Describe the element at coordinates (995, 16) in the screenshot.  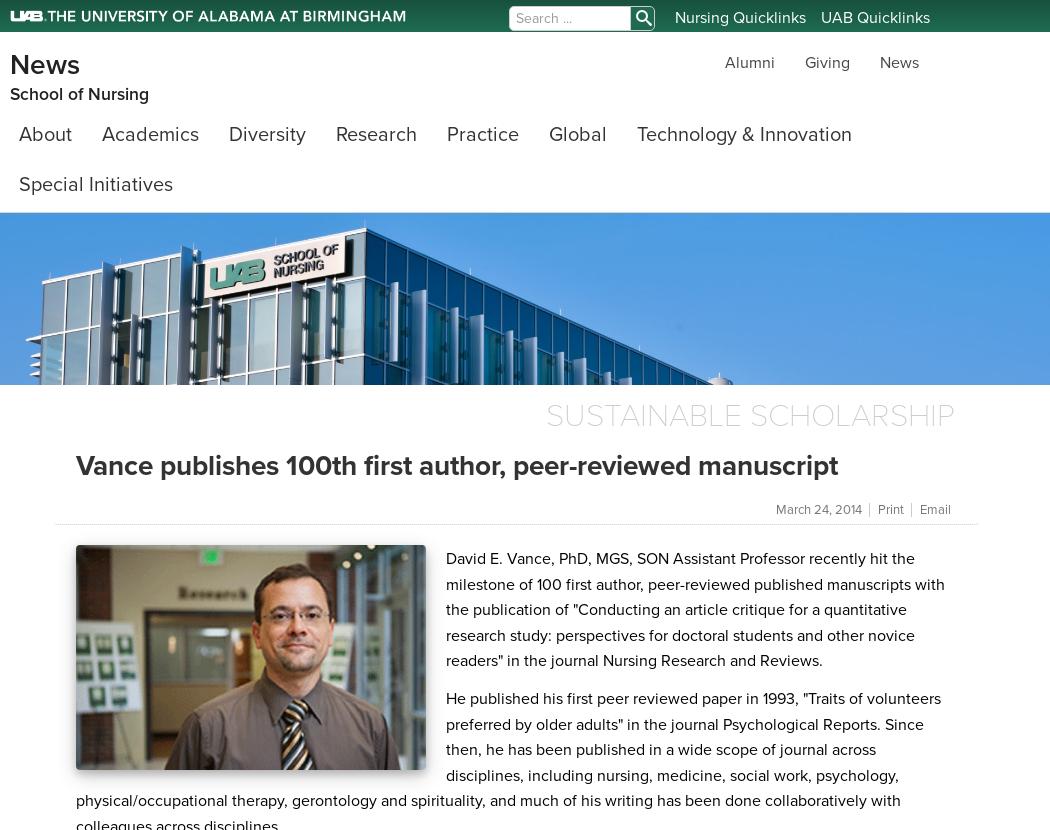
I see `'frontend login'` at that location.